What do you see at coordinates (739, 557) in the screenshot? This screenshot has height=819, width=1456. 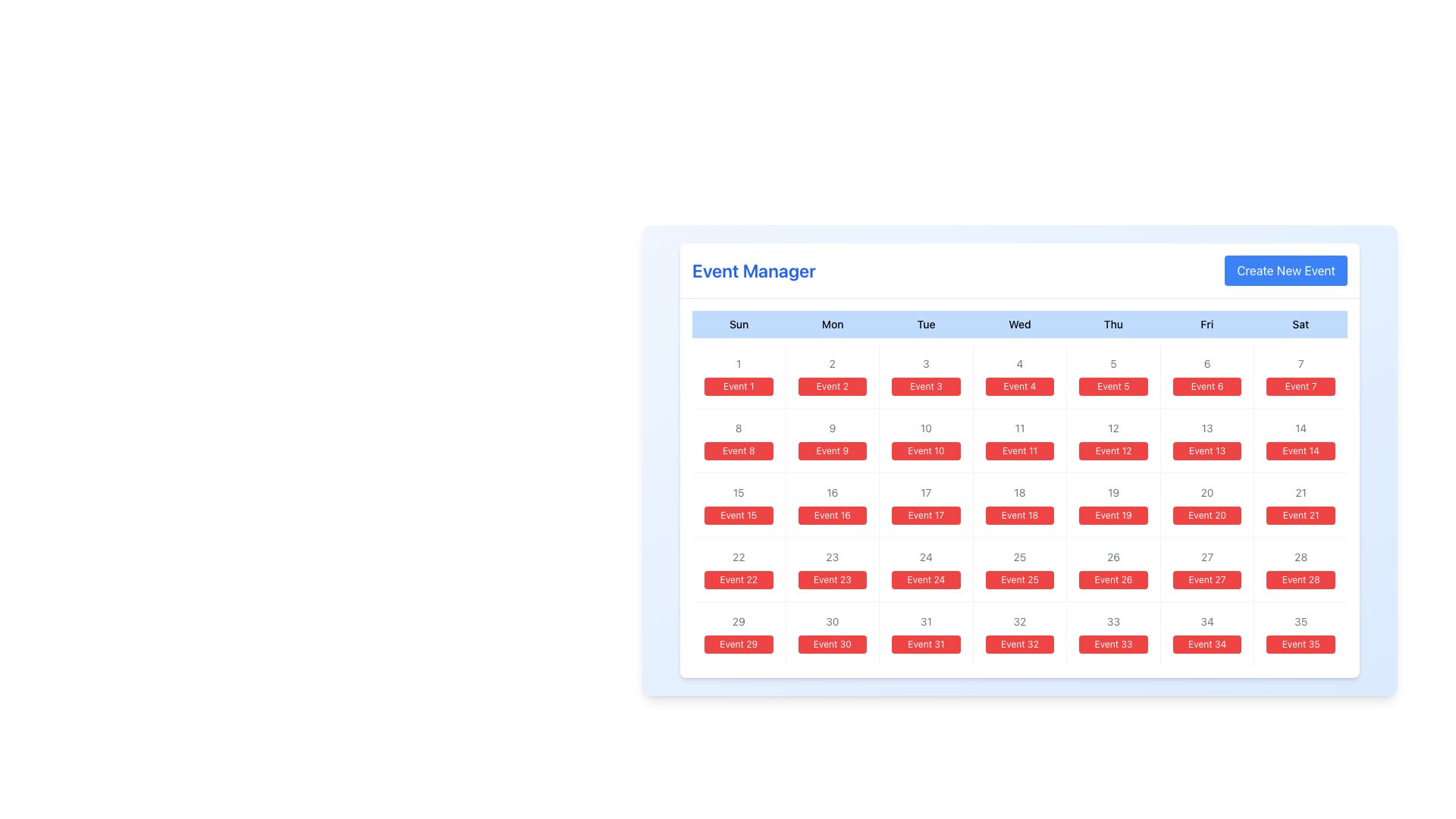 I see `the gray text displaying the number '22' in the calendar event layout` at bounding box center [739, 557].